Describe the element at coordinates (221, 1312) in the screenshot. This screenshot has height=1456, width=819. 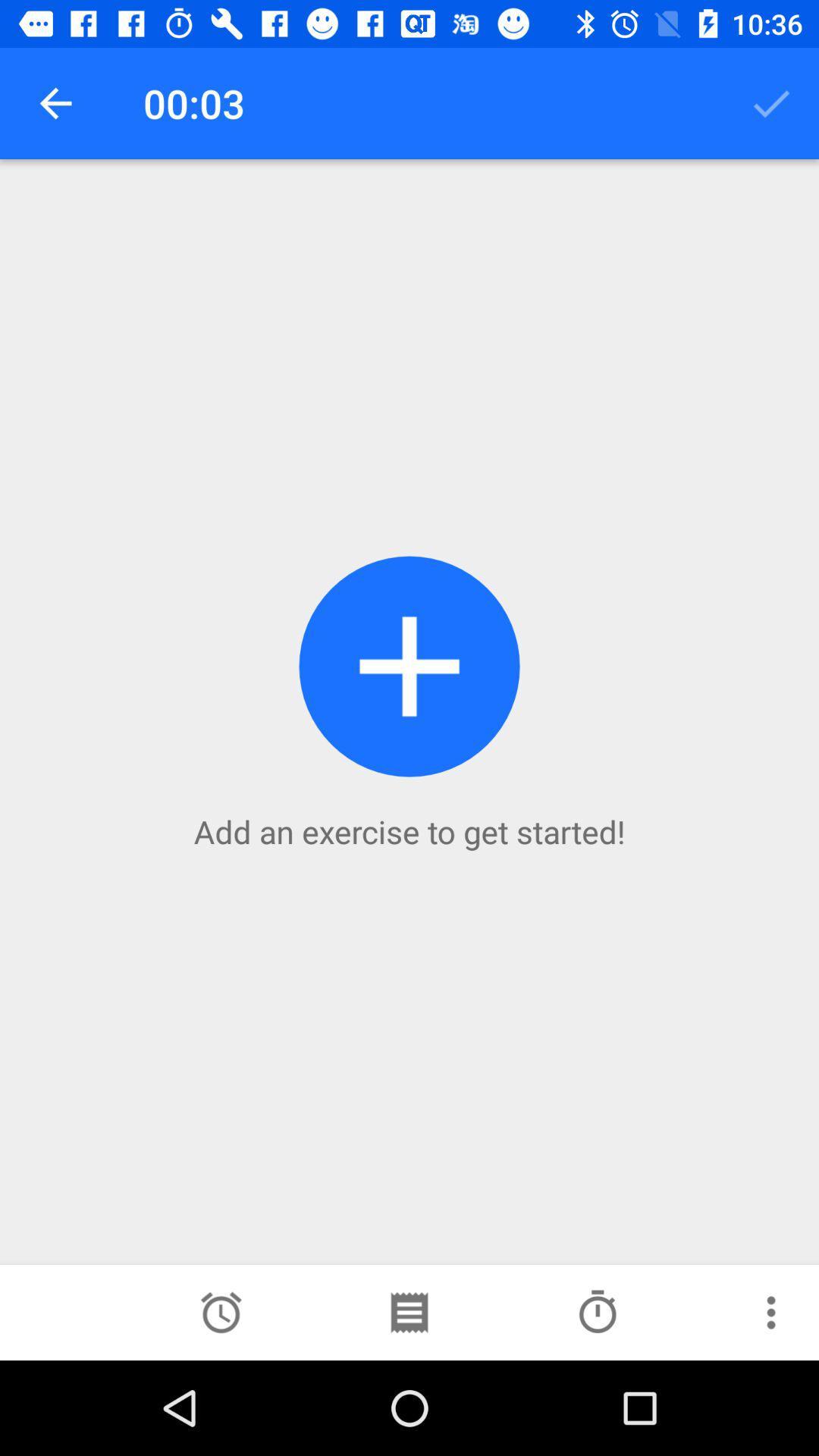
I see `timer option` at that location.